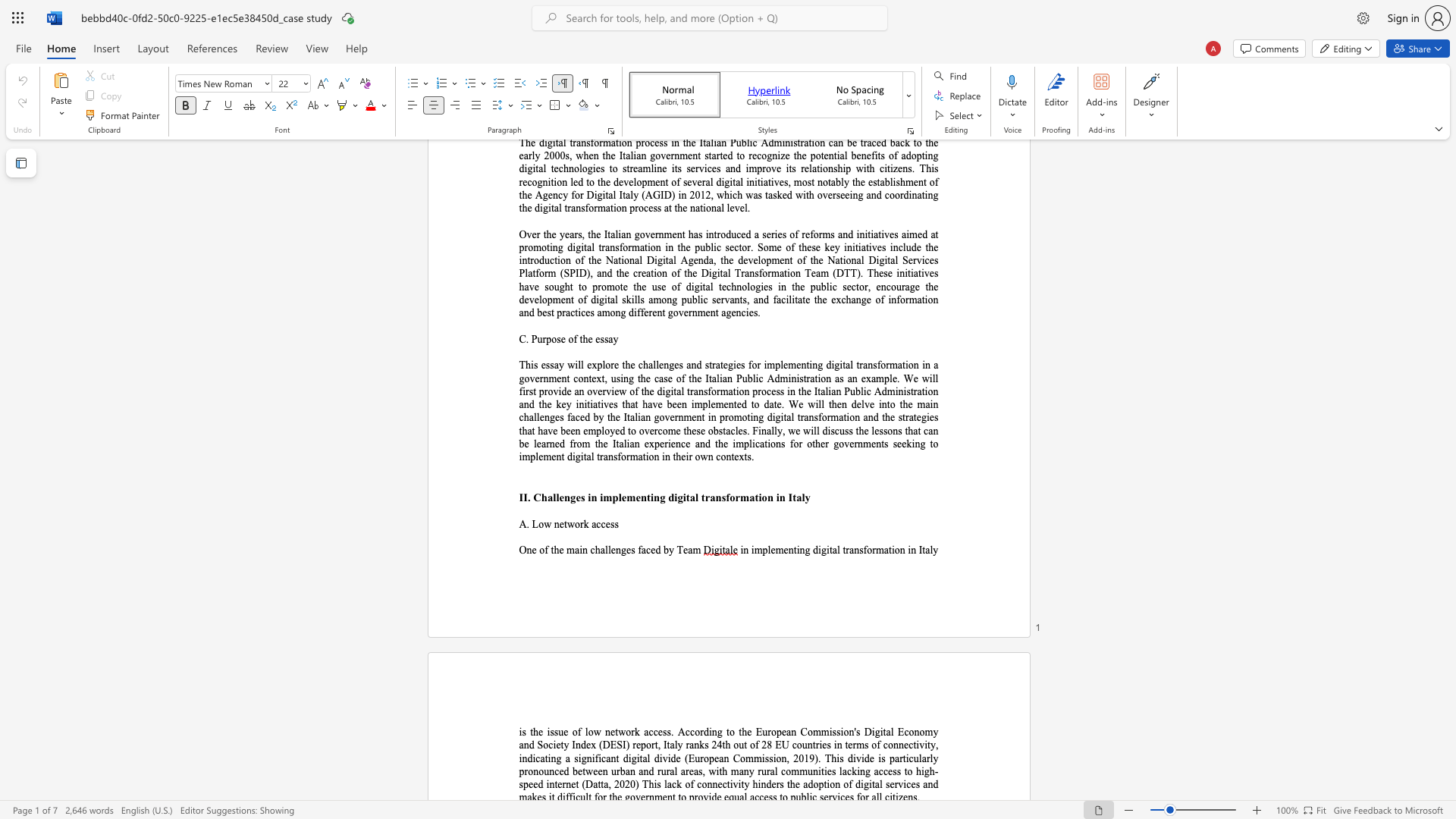 This screenshot has height=819, width=1456. I want to click on the subset text "es f" within the text "One of the main challenges faced by Team", so click(626, 550).